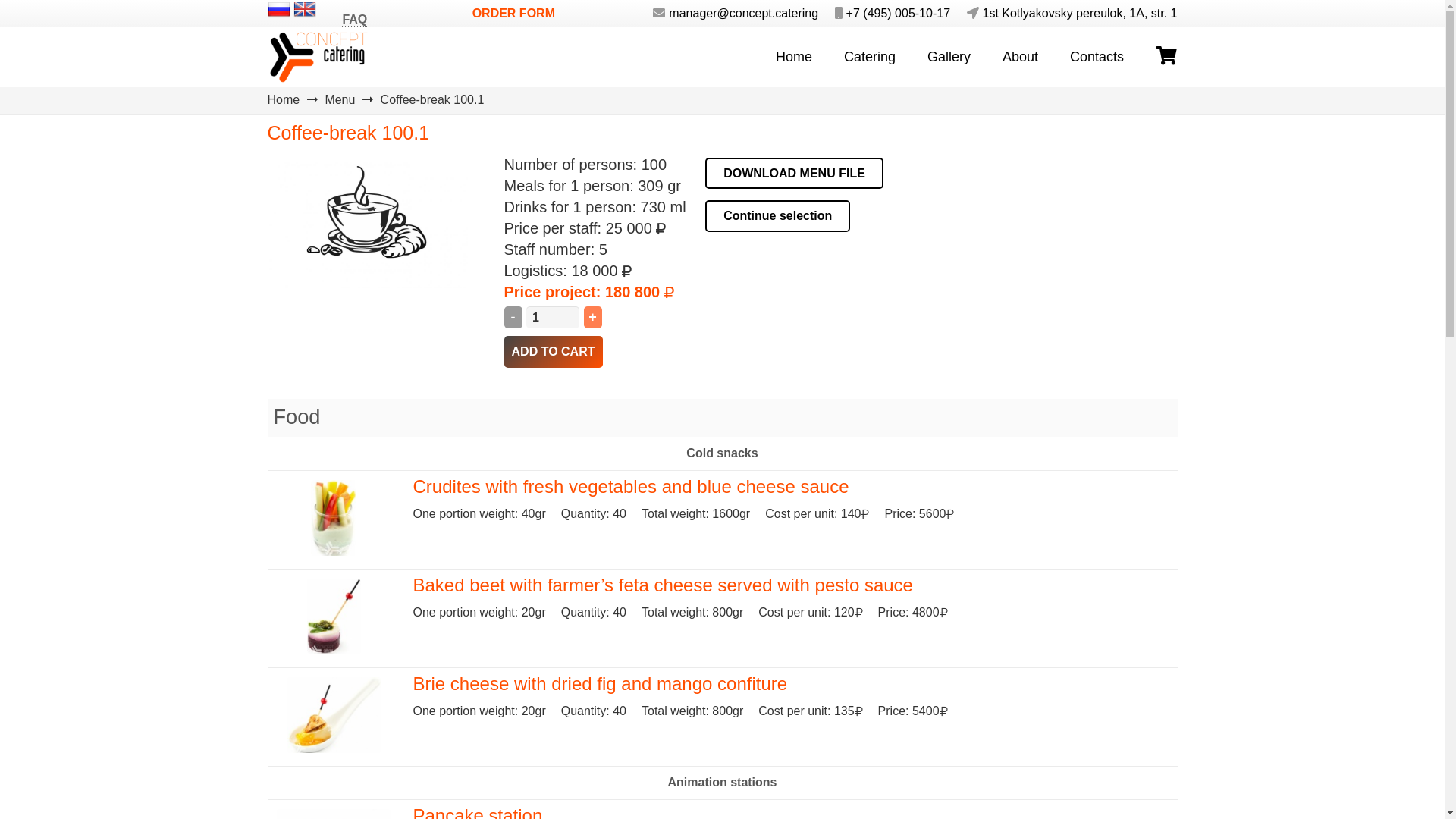 This screenshot has width=1456, height=819. Describe the element at coordinates (353, 20) in the screenshot. I see `'FAQ'` at that location.